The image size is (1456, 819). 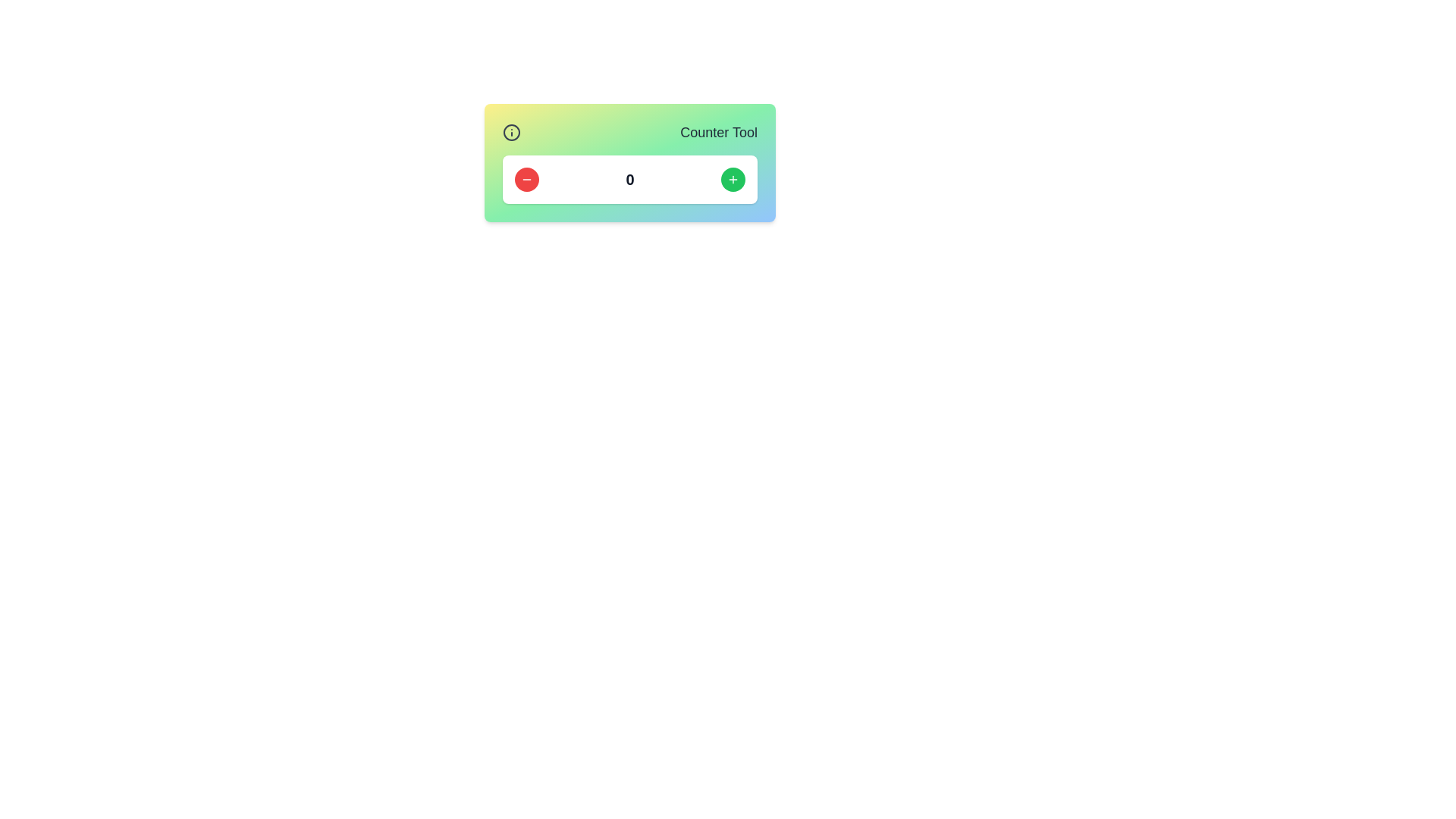 I want to click on the circular green button with a white plus icon, so click(x=733, y=178).